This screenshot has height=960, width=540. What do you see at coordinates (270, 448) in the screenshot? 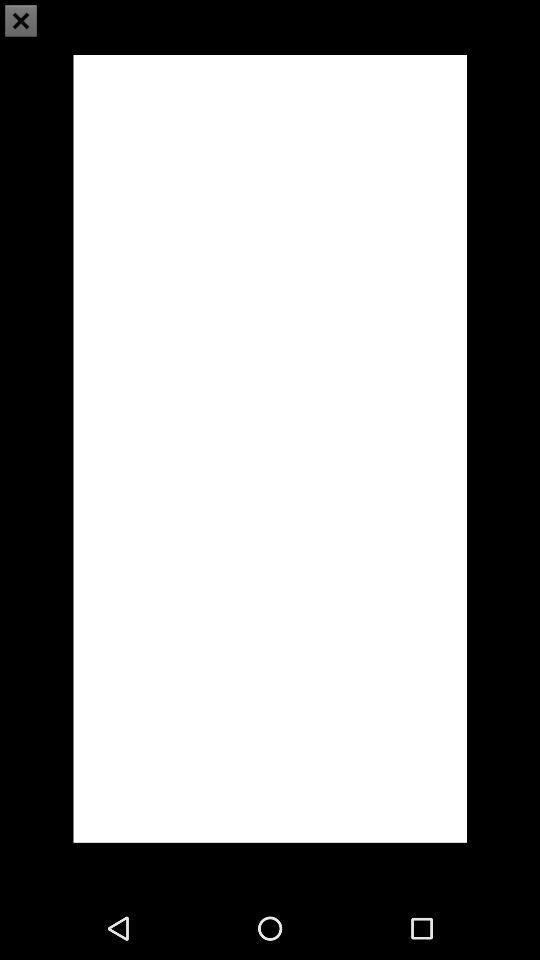
I see `the icon at the center` at bounding box center [270, 448].